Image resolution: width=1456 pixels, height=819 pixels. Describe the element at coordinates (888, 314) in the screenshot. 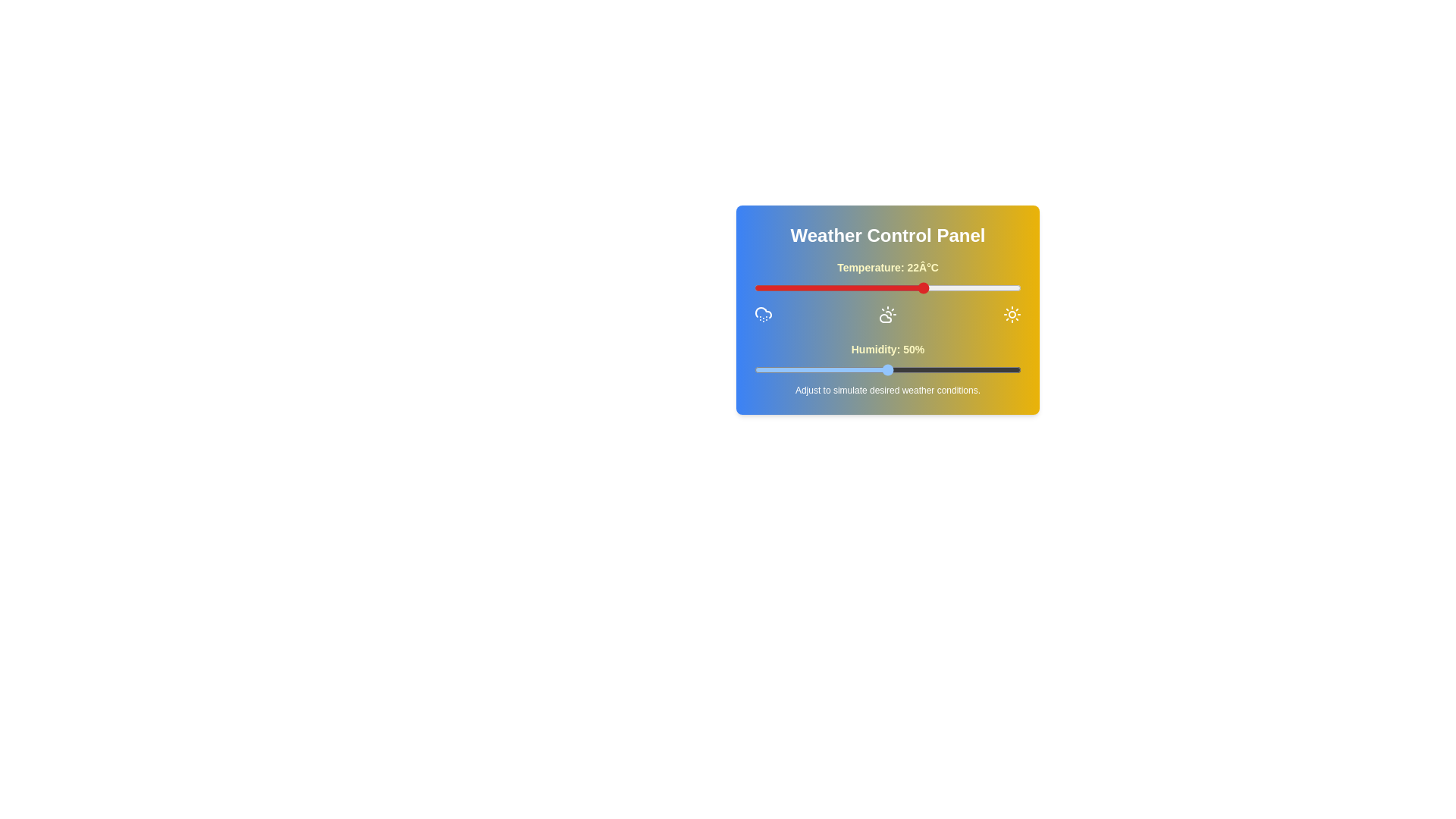

I see `the weather icon representing partly cloudy conditions, located at the center of the weather control panel interface, positioned between the temperature and humidity sliders` at that location.